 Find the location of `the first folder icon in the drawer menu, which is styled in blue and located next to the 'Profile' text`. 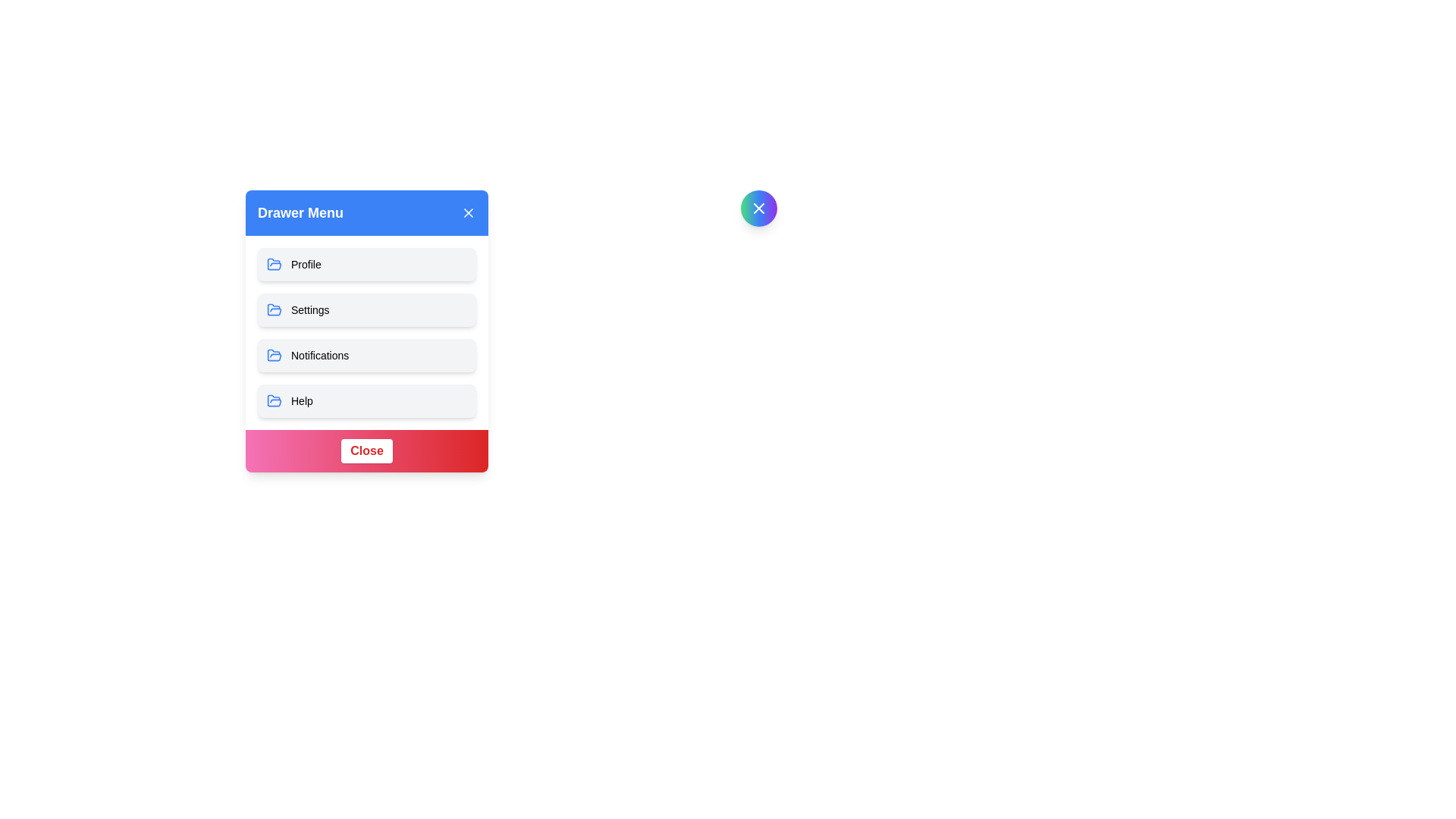

the first folder icon in the drawer menu, which is styled in blue and located next to the 'Profile' text is located at coordinates (274, 309).